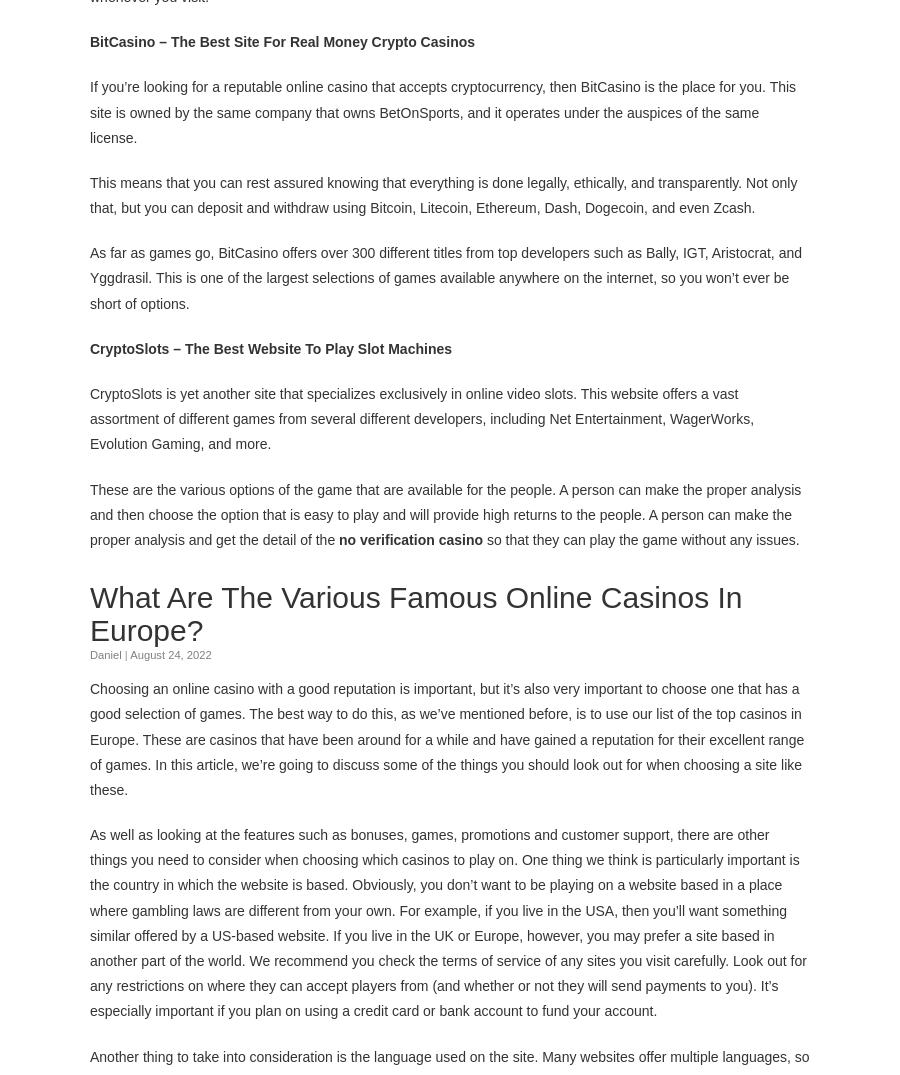 The height and width of the screenshot is (1075, 900). Describe the element at coordinates (89, 737) in the screenshot. I see `'Choosing an online casino with a good reputation is important, but it’s also very important to choose one that has a good selection of games. The best way to do this, as we’ve mentioned before, is to use our list of the top casinos in Europe. These are casinos that have been around for a while and have gained a reputation for their excellent range of games. In this article, we’re going to discuss some of the things you should look out for when choosing a site like these.'` at that location.